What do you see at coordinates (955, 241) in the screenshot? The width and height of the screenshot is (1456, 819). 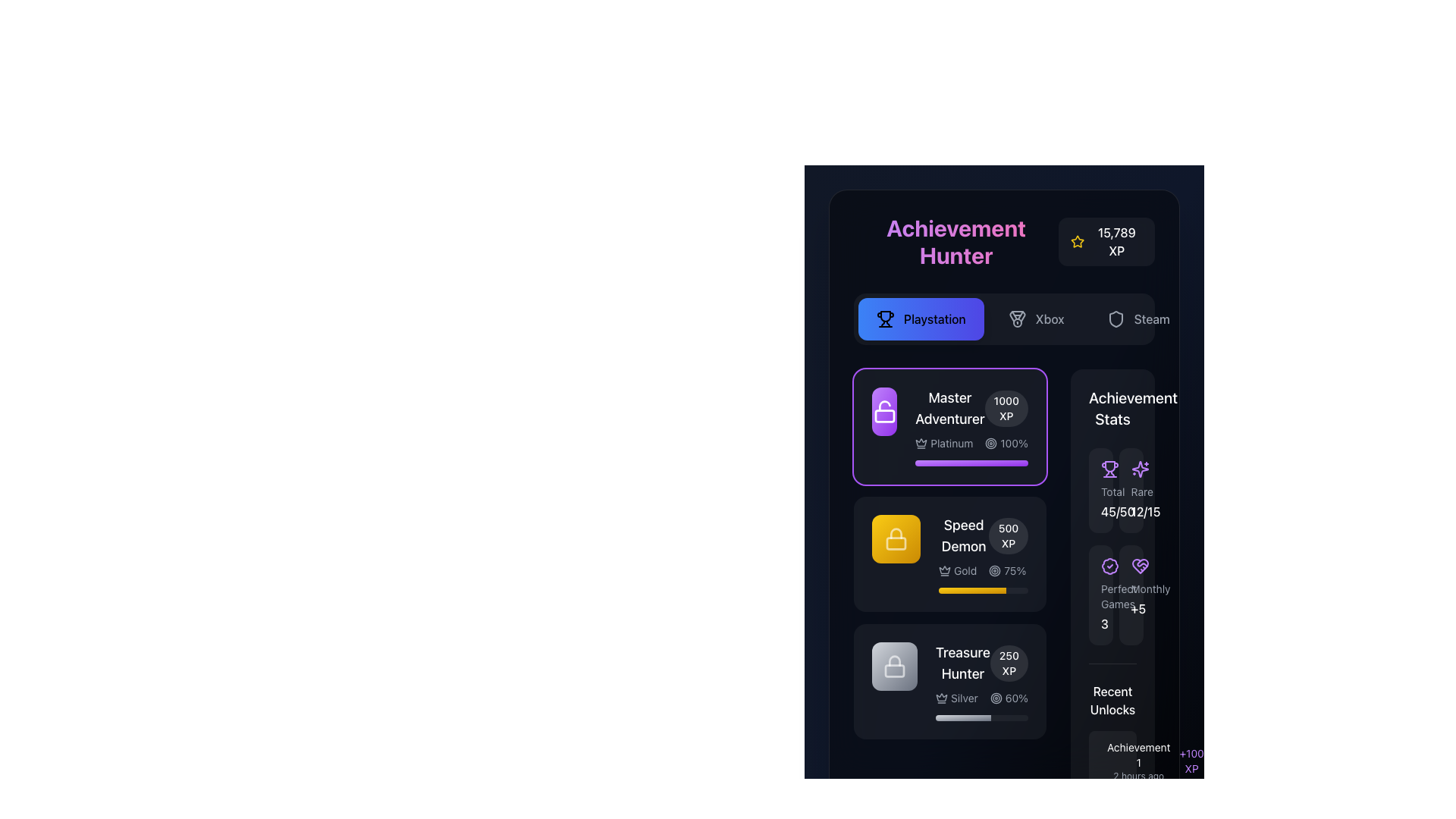 I see `the bold-text heading 'Achievement Hunter' which has a gradient color transitioning from purple to pink, located in the top-left section of the navigation bar` at bounding box center [955, 241].